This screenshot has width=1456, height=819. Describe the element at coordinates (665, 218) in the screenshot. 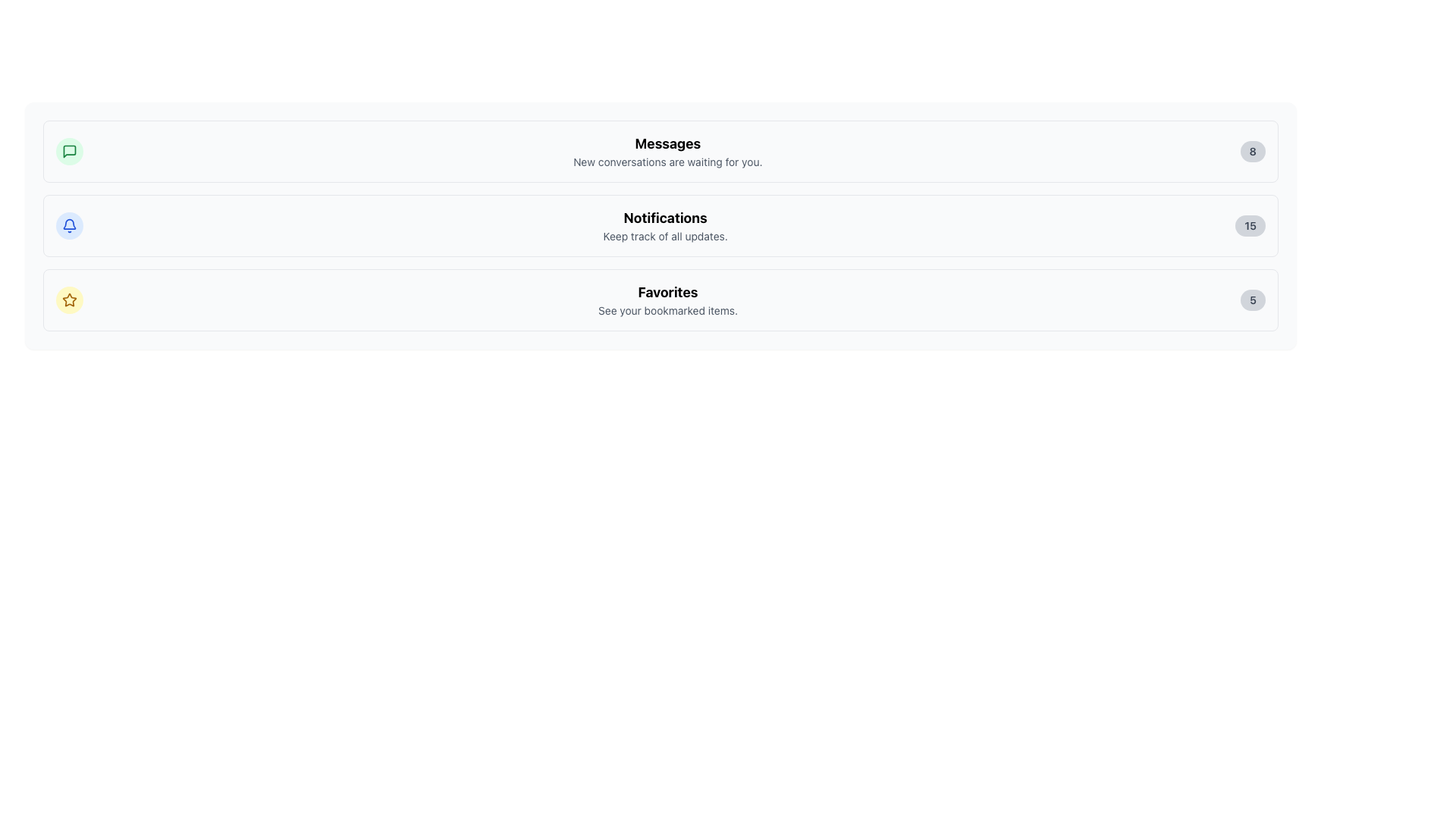

I see `the Text Label that serves as a title for the notifications section, located below 'Messages' and above 'Favorites'` at that location.